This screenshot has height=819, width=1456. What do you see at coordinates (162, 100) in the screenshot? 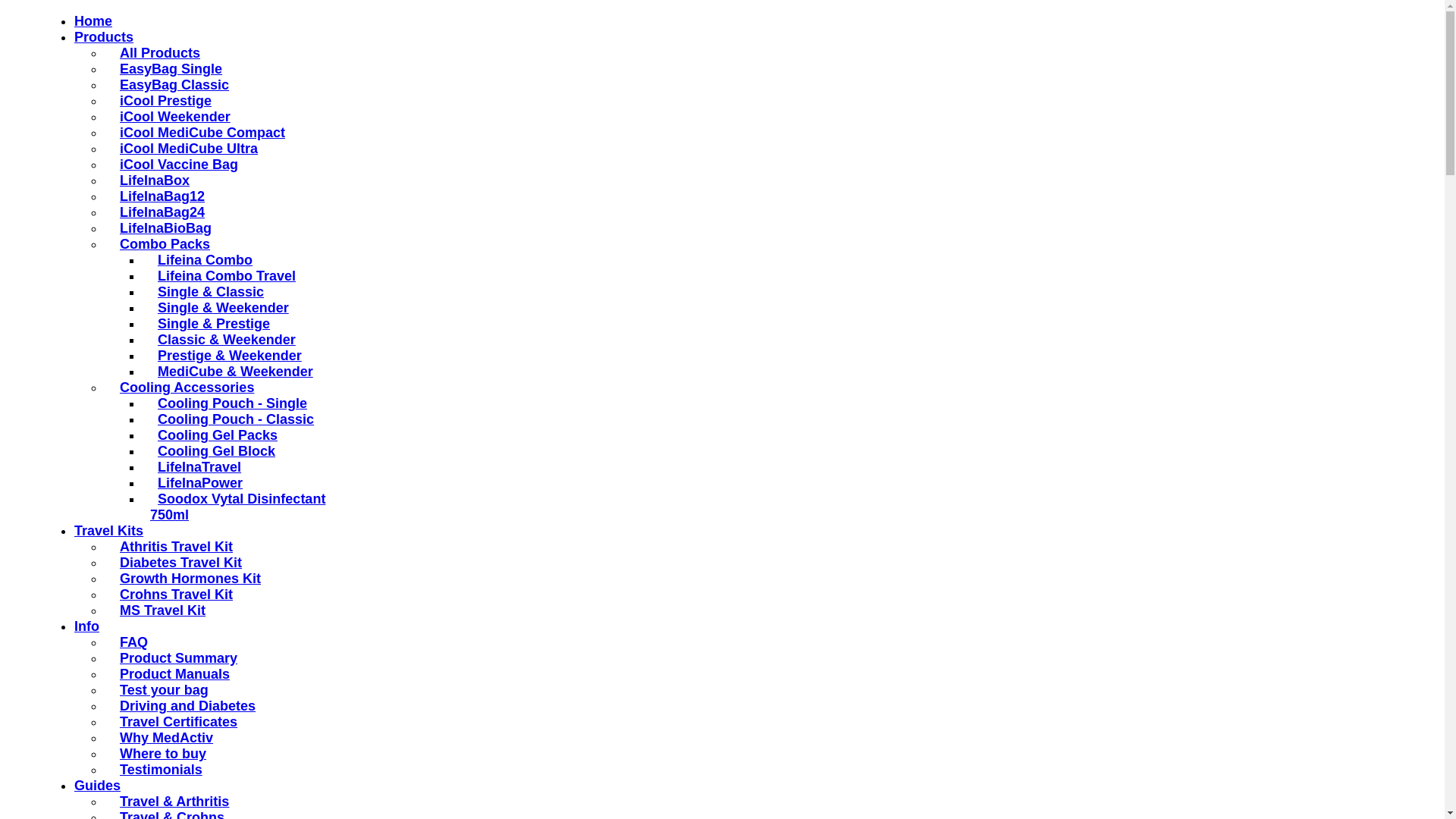
I see `'iCool Prestige'` at bounding box center [162, 100].